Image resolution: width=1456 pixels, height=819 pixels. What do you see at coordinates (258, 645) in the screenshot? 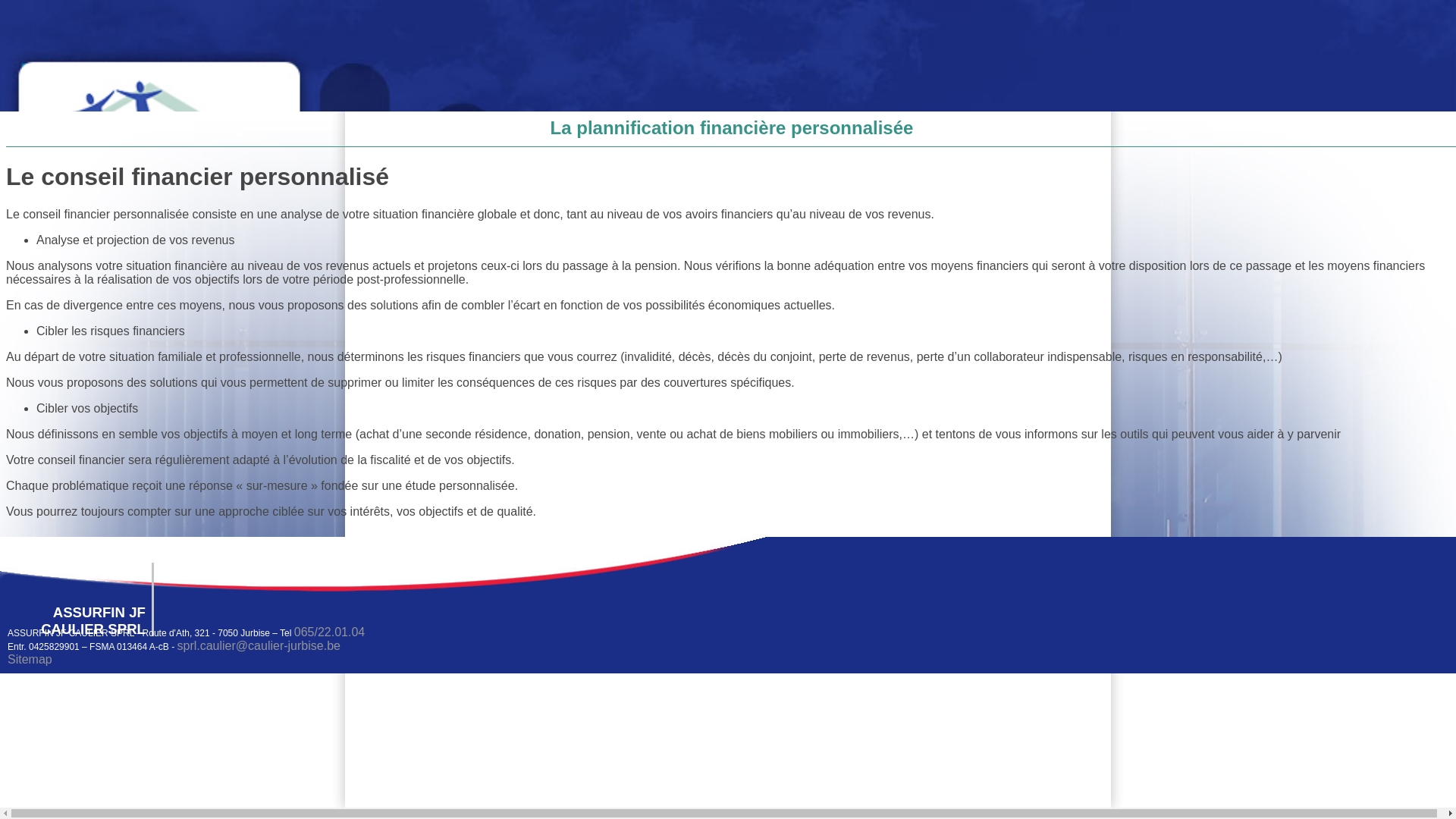
I see `'sprl.caulier@caulier-jurbise.be'` at bounding box center [258, 645].